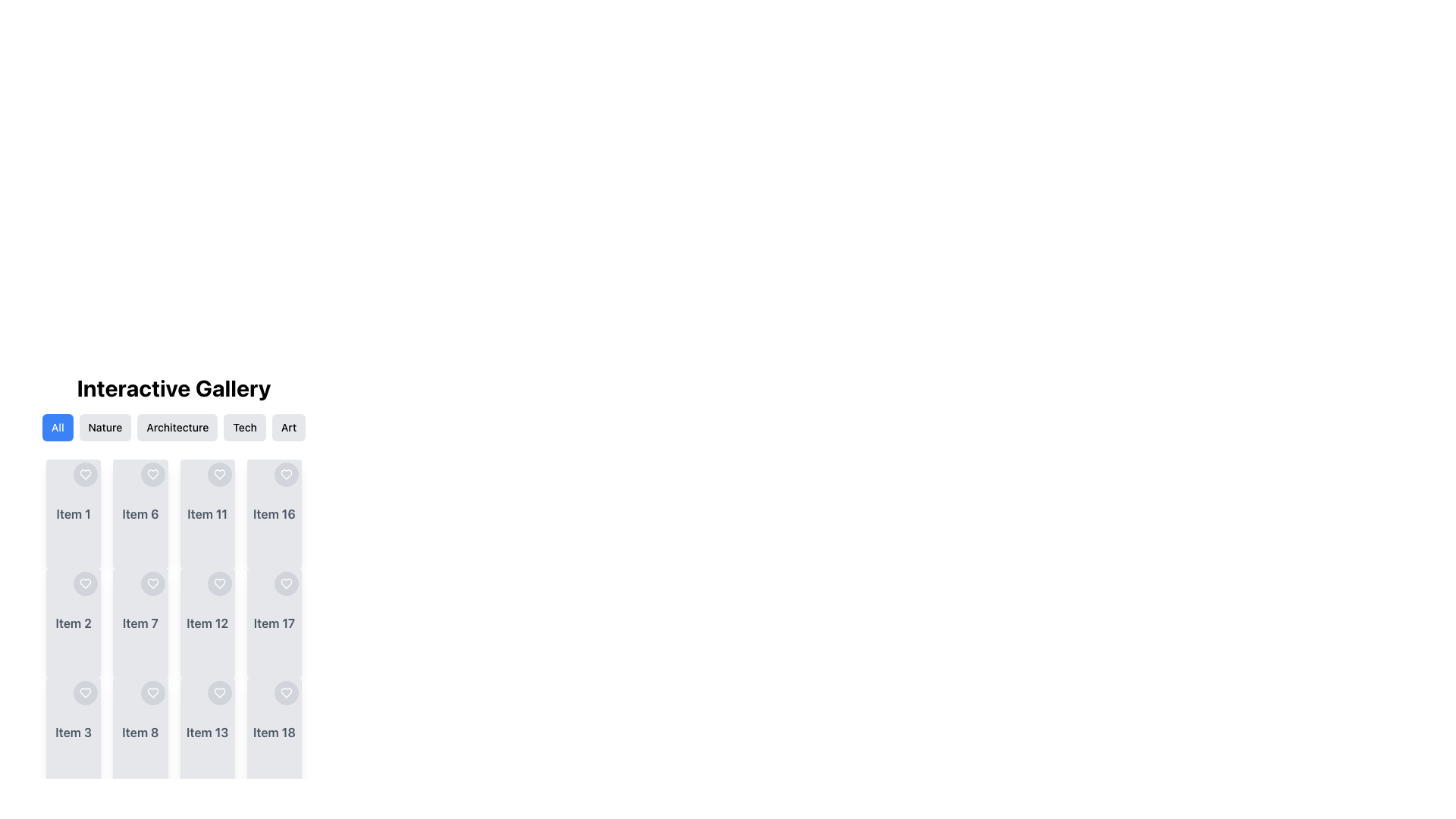 This screenshot has height=819, width=1456. I want to click on the magnifying glass icon with a plus symbol inside, located within the 'View Details' button, so click(49, 731).